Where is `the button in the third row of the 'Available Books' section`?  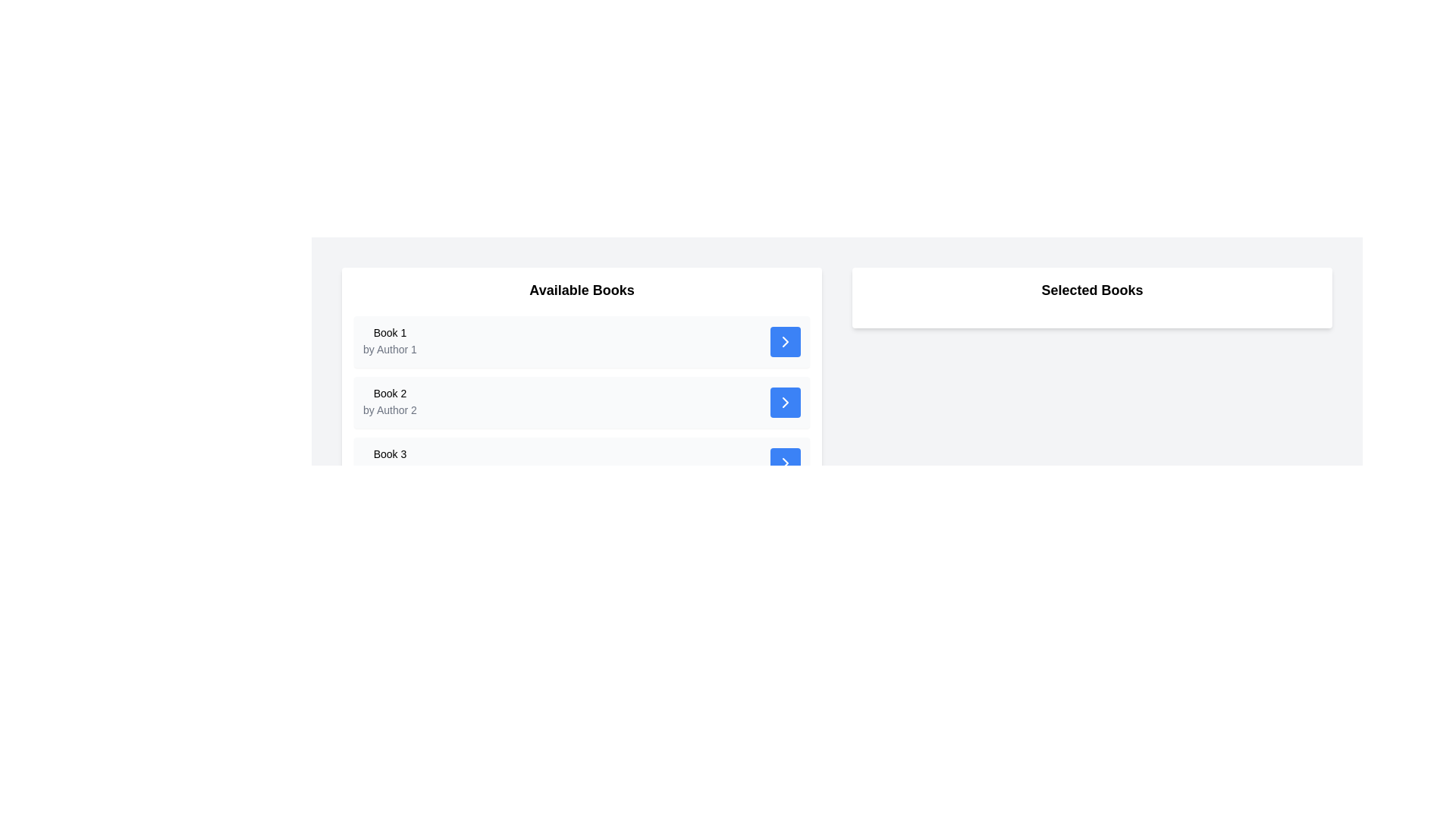 the button in the third row of the 'Available Books' section is located at coordinates (786, 462).